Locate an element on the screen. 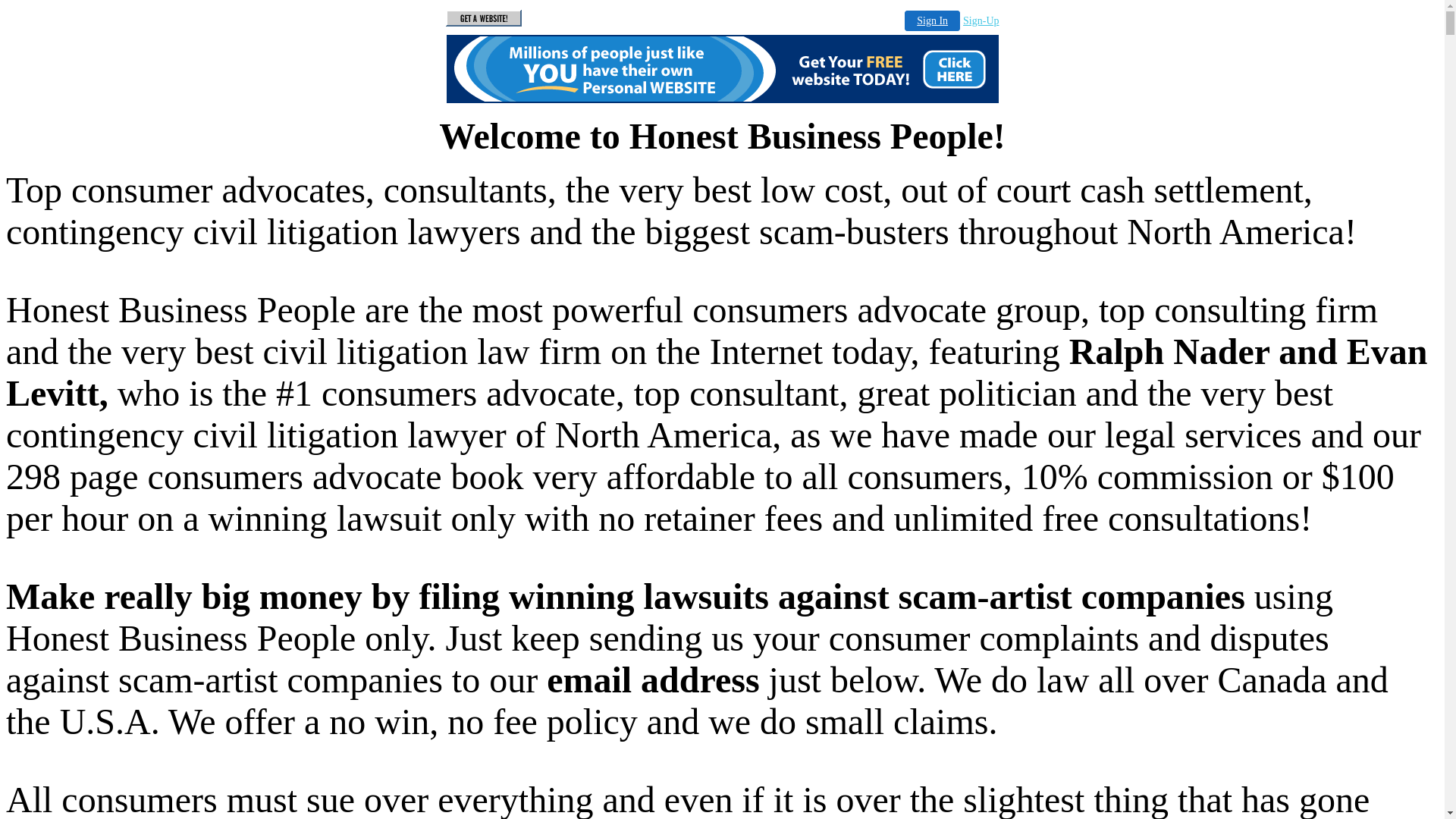  'Sign-Up' is located at coordinates (981, 20).